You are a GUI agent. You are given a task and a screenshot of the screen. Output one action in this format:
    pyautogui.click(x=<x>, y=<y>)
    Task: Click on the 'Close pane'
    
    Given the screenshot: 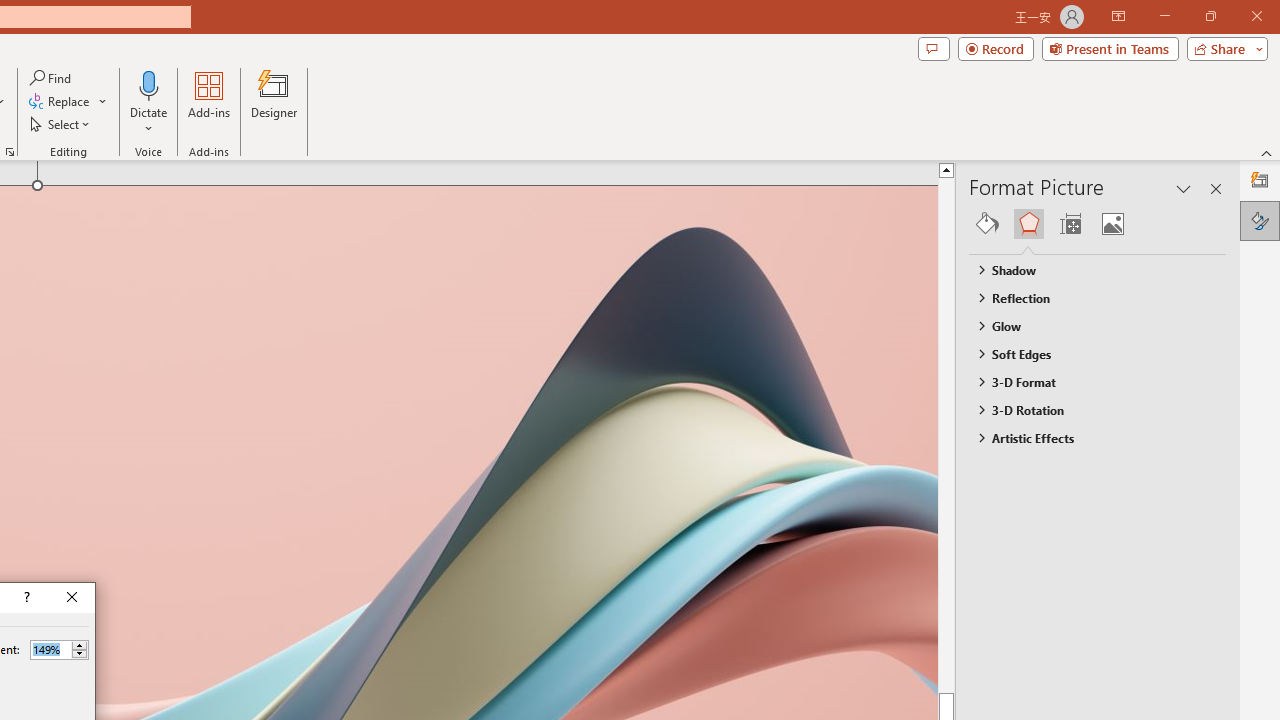 What is the action you would take?
    pyautogui.click(x=1215, y=189)
    